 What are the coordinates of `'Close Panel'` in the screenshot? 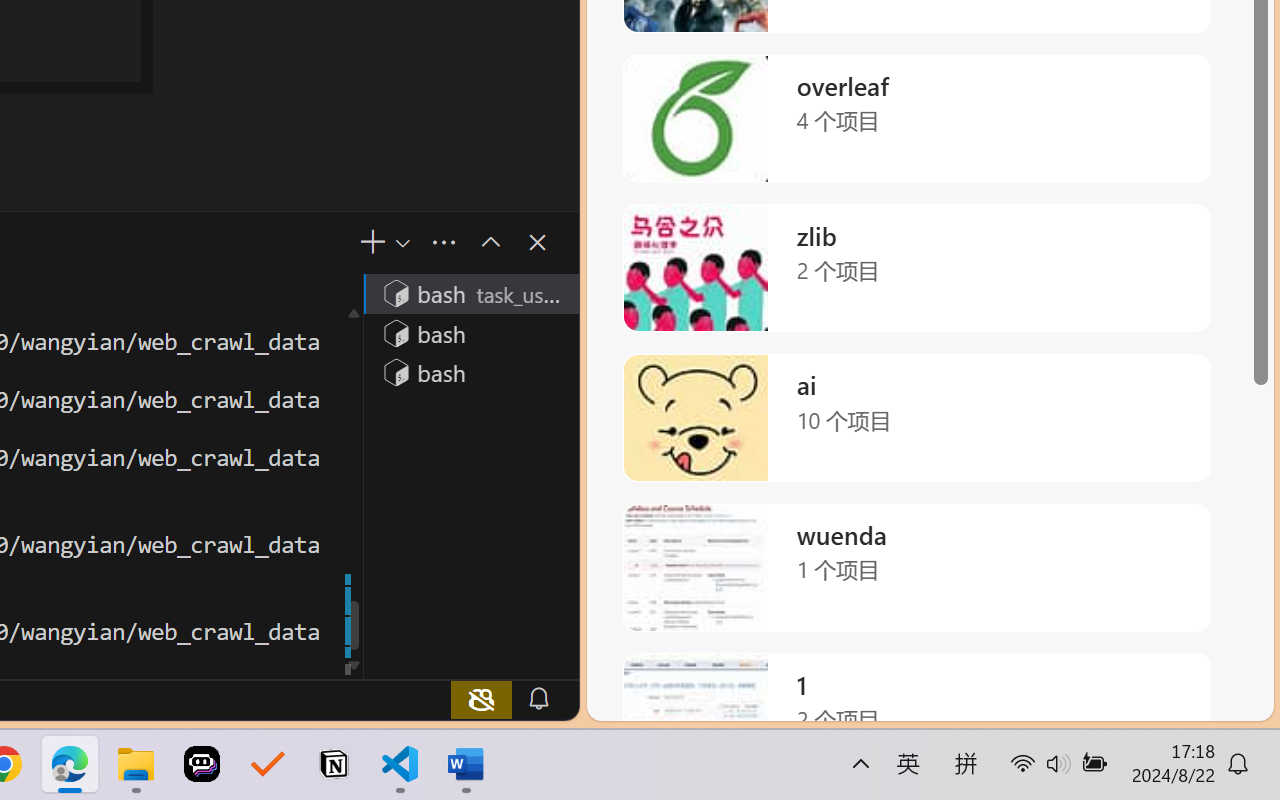 It's located at (536, 241).